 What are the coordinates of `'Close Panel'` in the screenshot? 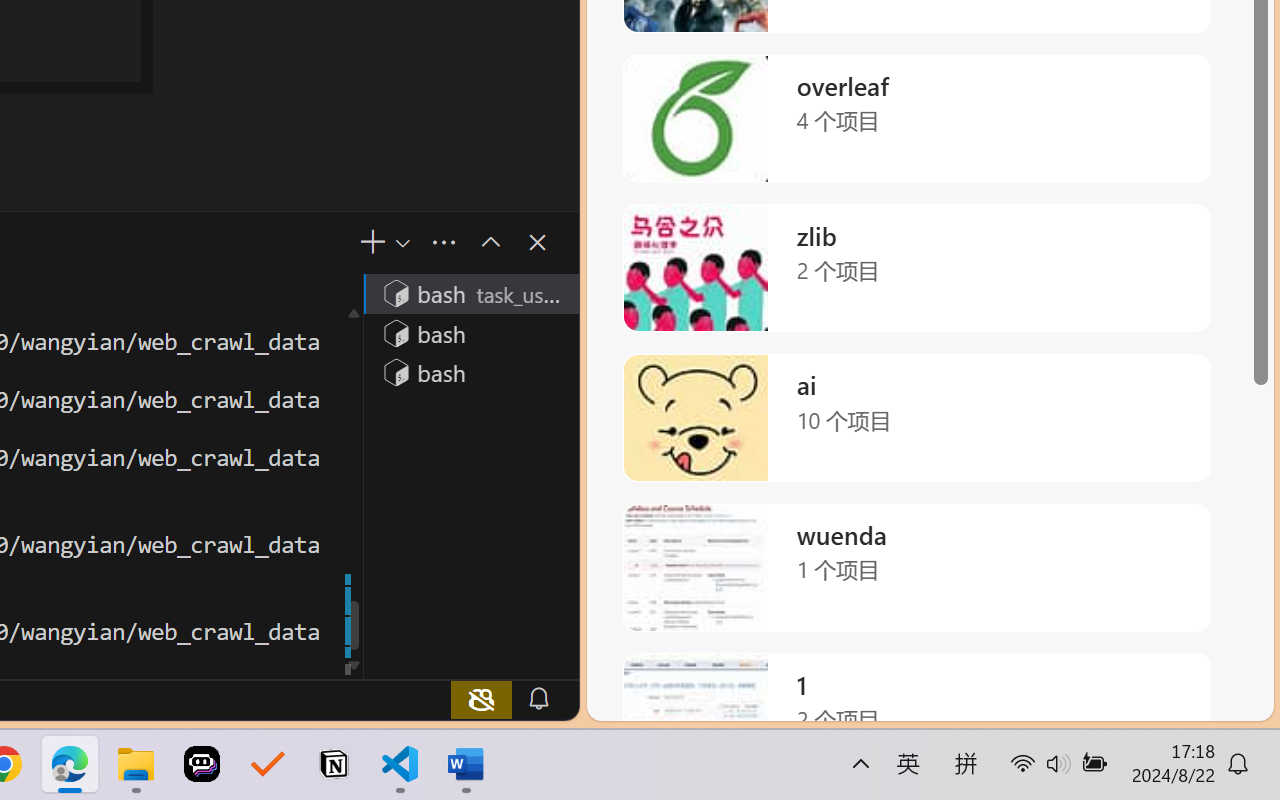 It's located at (536, 241).